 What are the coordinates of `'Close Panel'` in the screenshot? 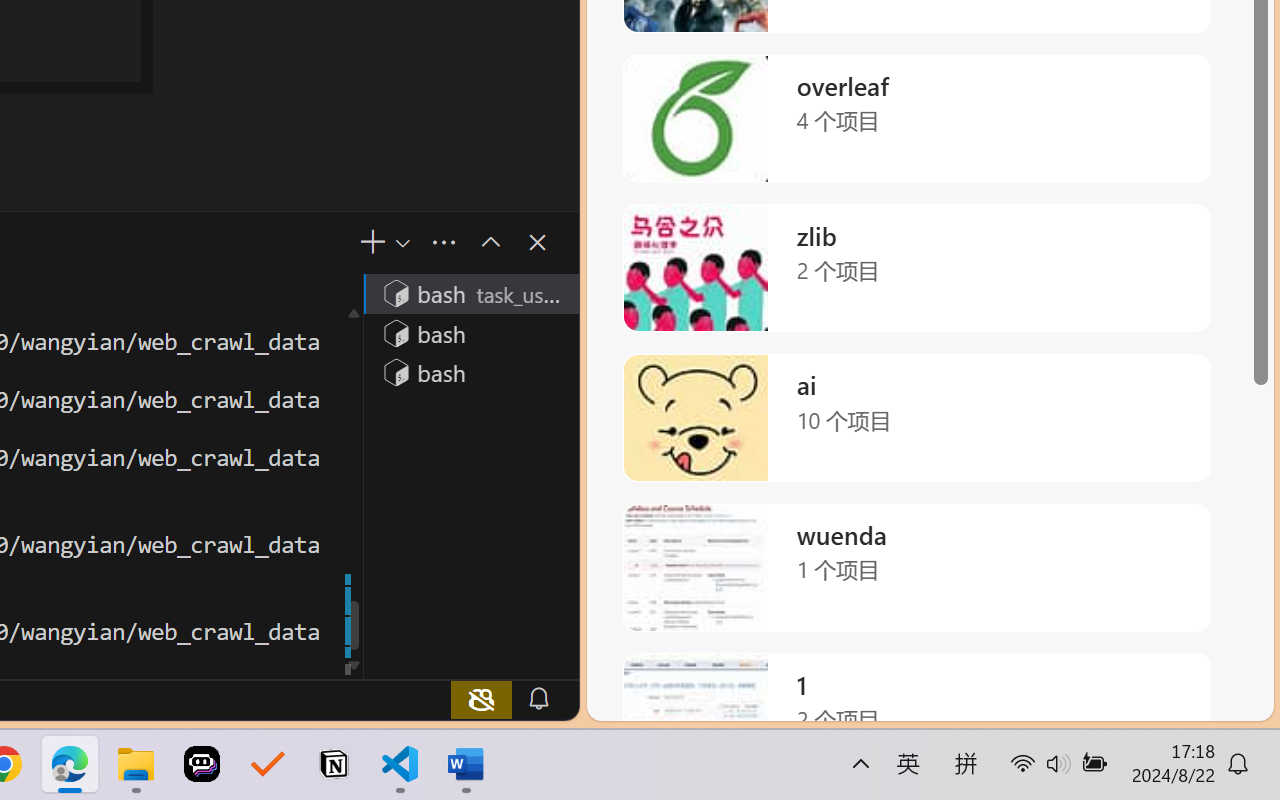 It's located at (536, 241).